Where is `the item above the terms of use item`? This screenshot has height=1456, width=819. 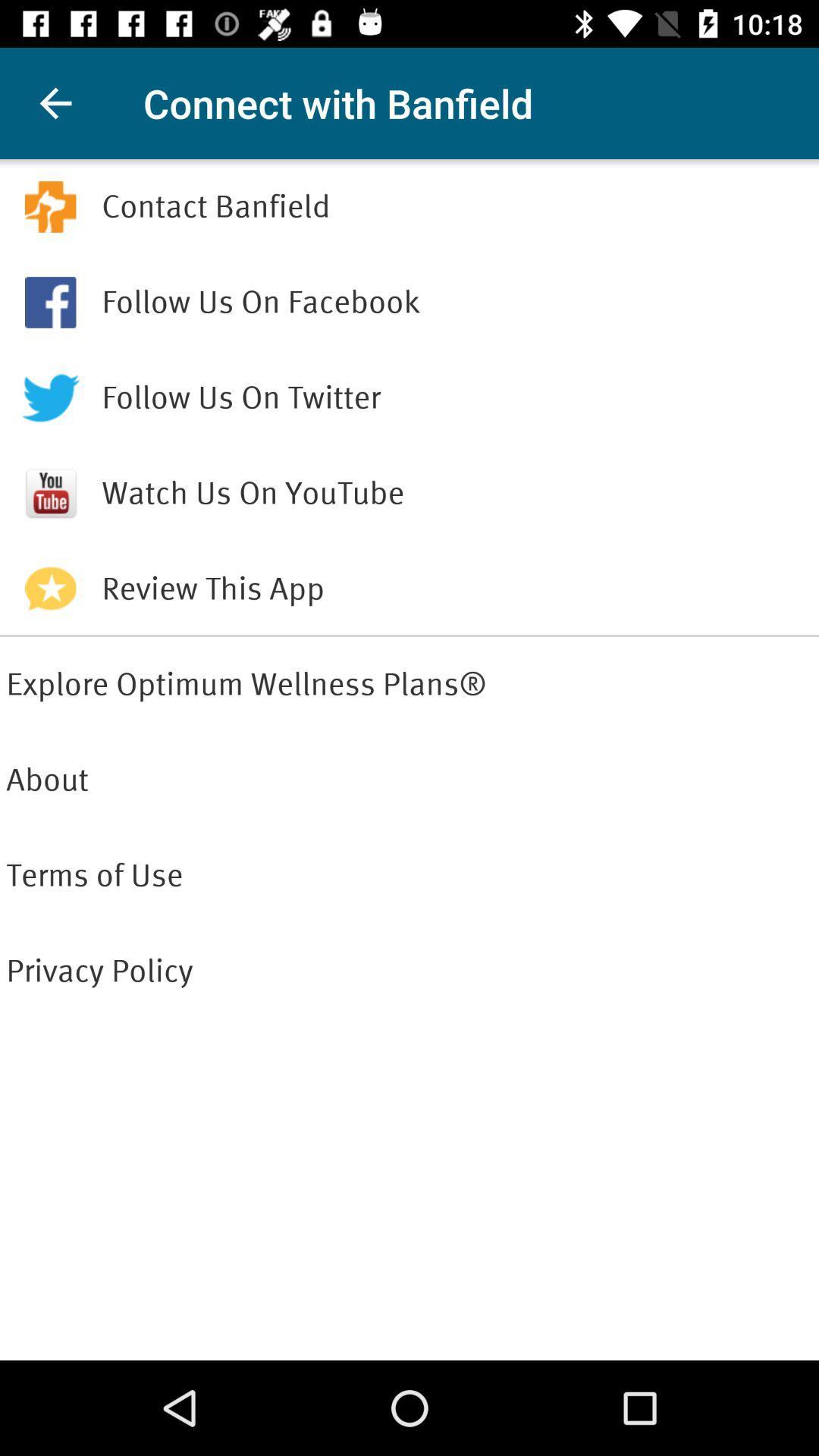 the item above the terms of use item is located at coordinates (409, 780).